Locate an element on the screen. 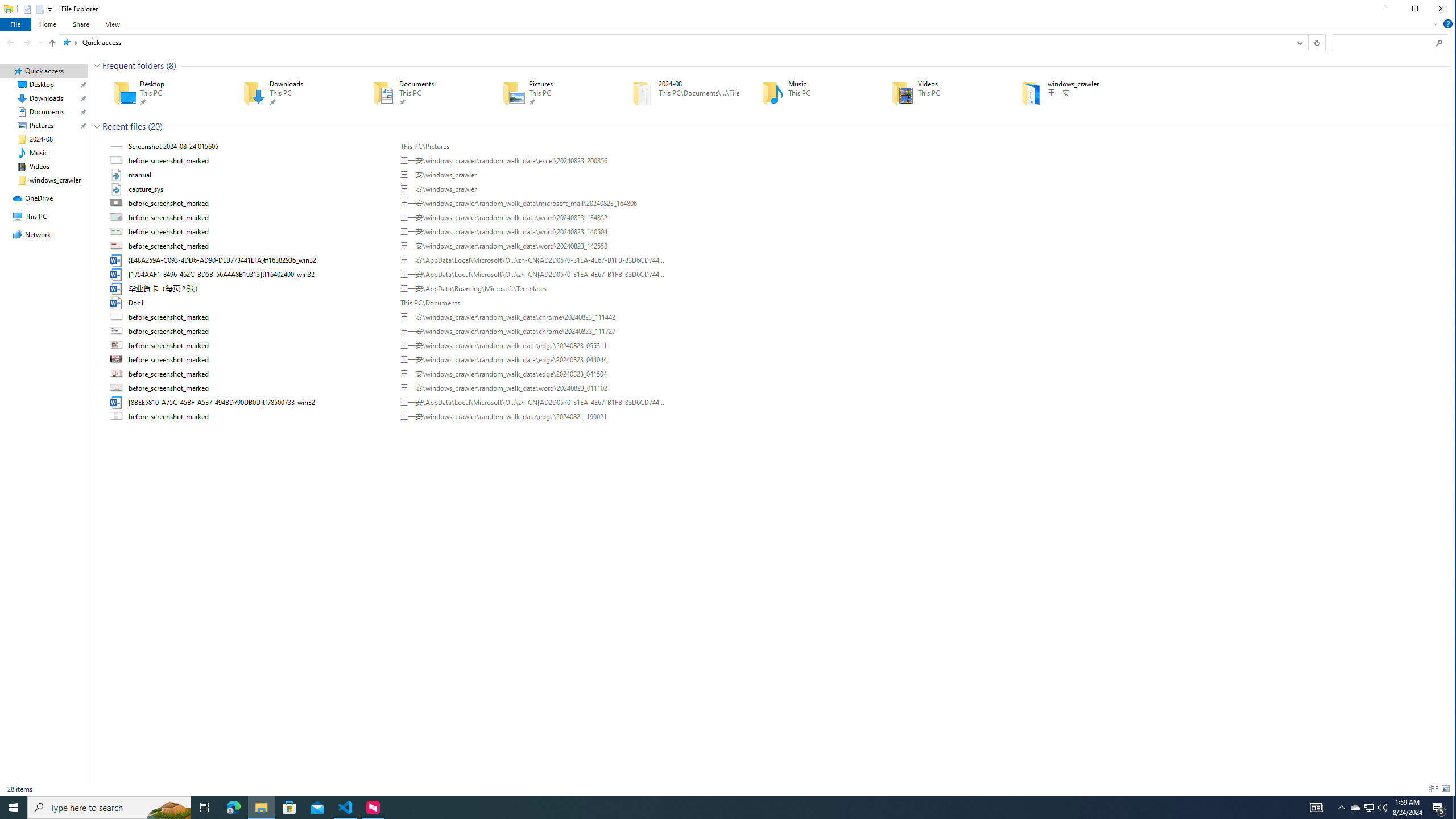 Image resolution: width=1456 pixels, height=819 pixels. 'Videos' is located at coordinates (939, 93).